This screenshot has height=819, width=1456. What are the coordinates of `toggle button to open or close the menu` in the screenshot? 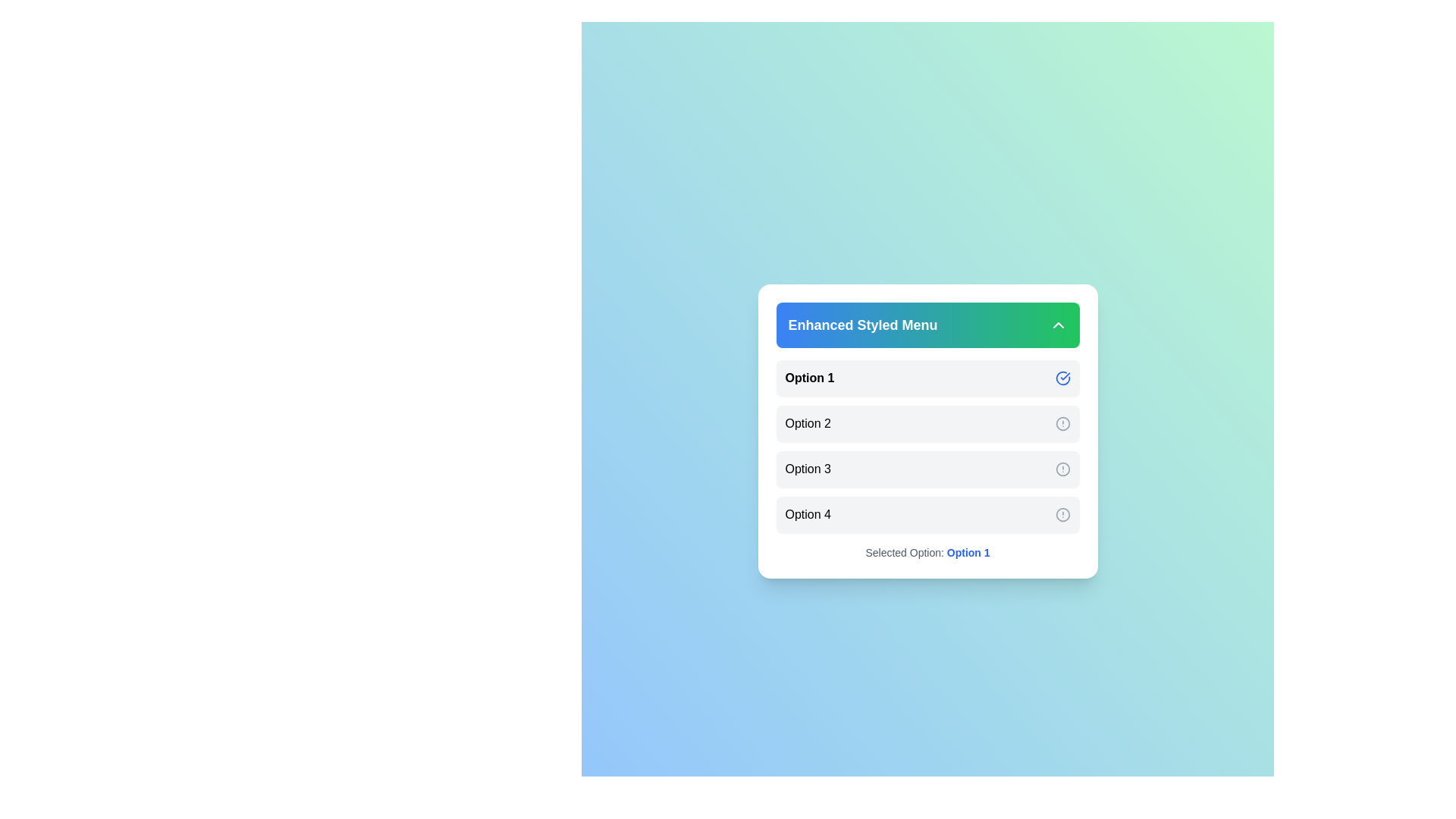 It's located at (1057, 324).